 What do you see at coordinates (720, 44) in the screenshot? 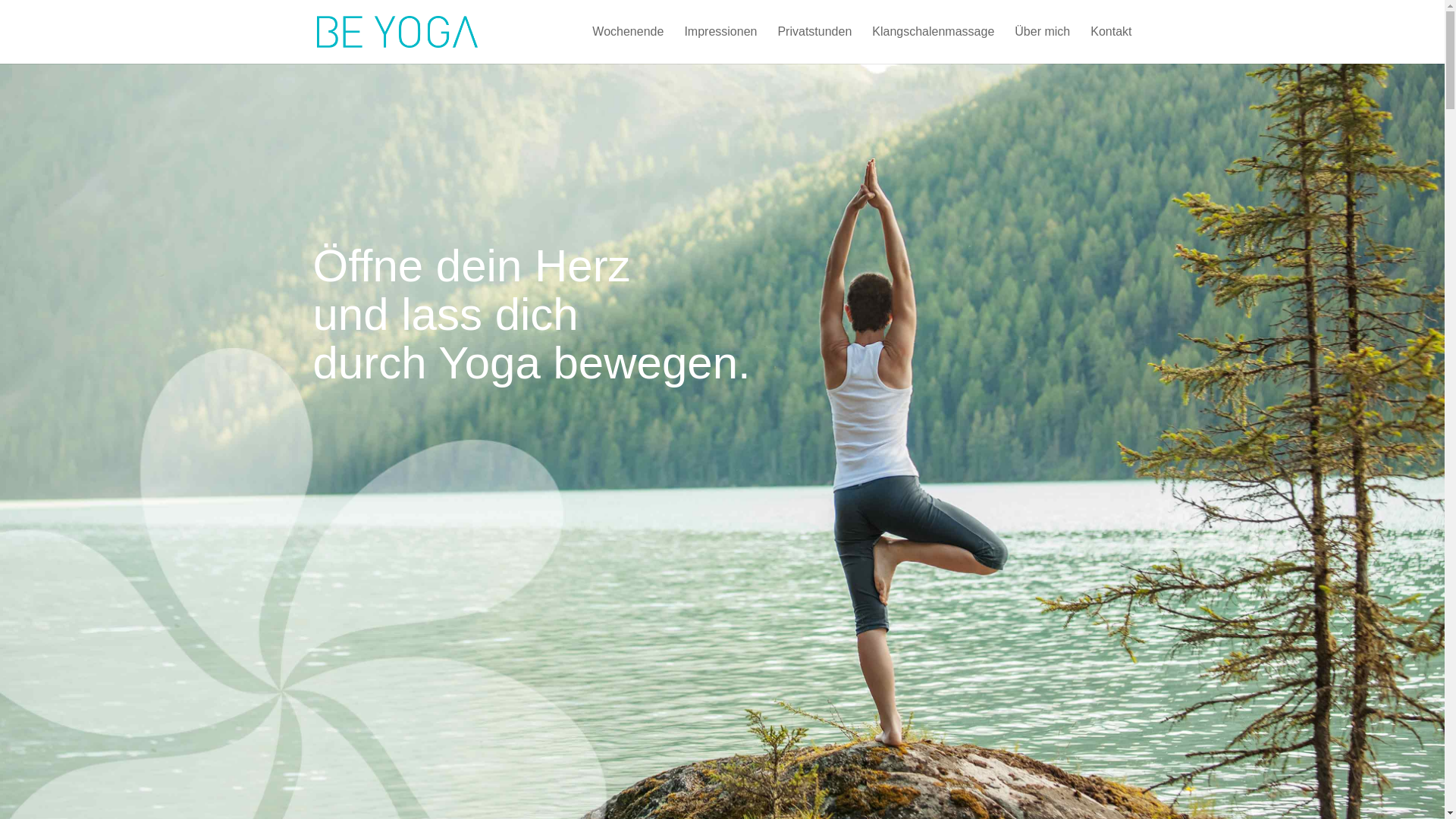
I see `'Impressionen'` at bounding box center [720, 44].